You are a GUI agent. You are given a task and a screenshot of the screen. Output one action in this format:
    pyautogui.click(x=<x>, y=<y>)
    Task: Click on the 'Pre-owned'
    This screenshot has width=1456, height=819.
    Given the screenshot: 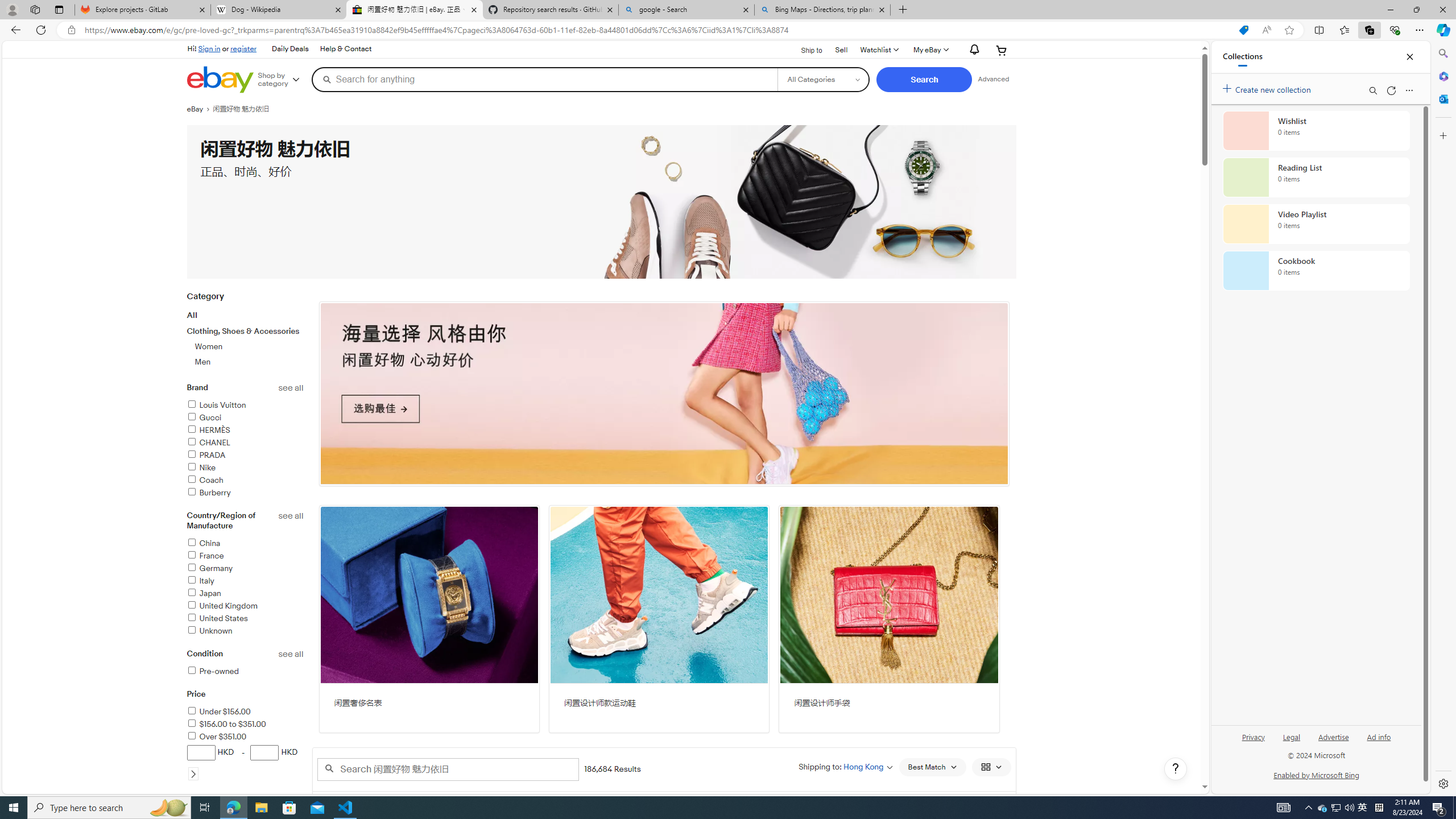 What is the action you would take?
    pyautogui.click(x=245, y=671)
    